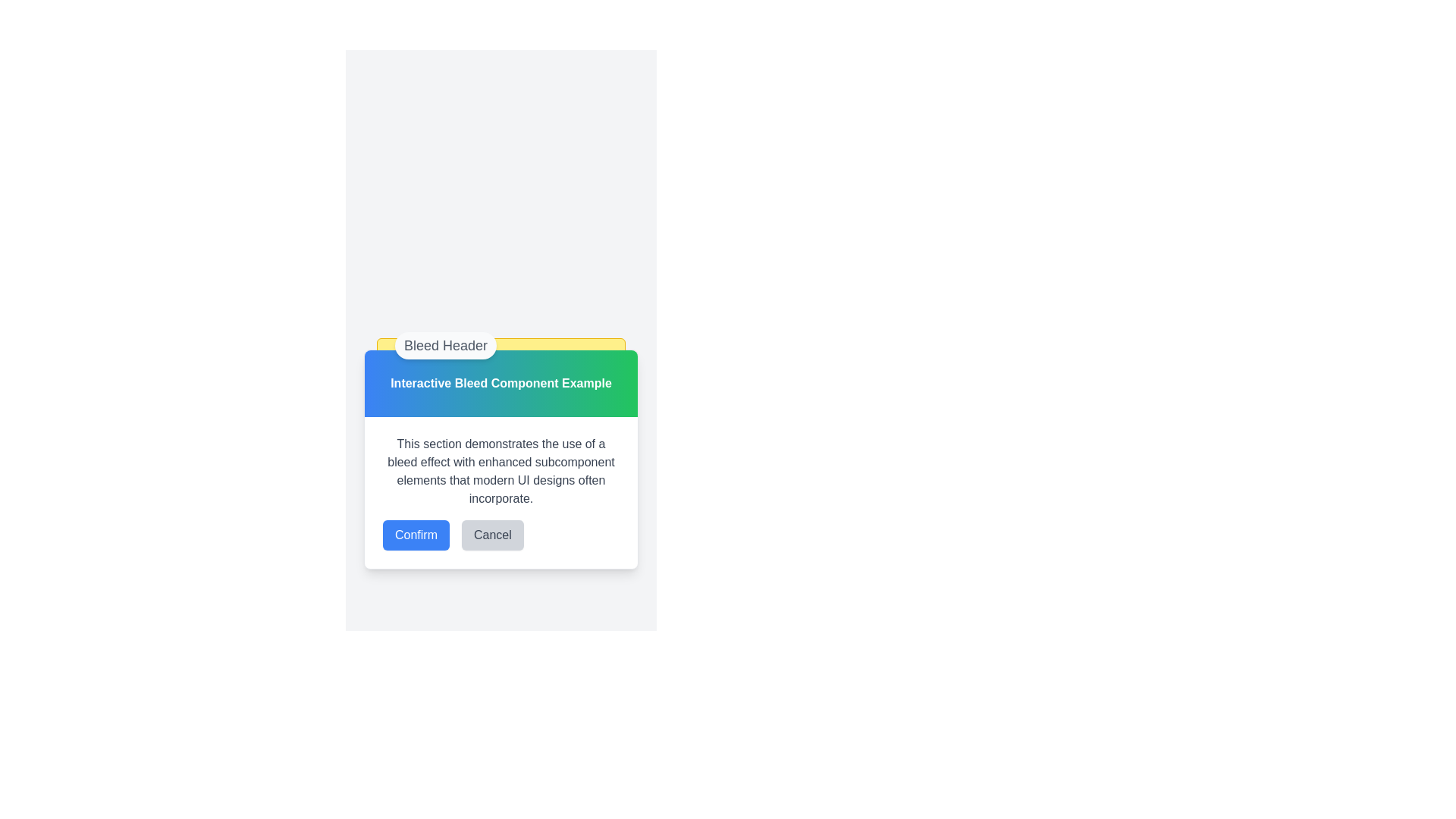 This screenshot has height=819, width=1456. I want to click on the 'Cancel' button, which is the second button in a pair located in the lower section of the modal with a gray background and rounded corners, so click(492, 534).